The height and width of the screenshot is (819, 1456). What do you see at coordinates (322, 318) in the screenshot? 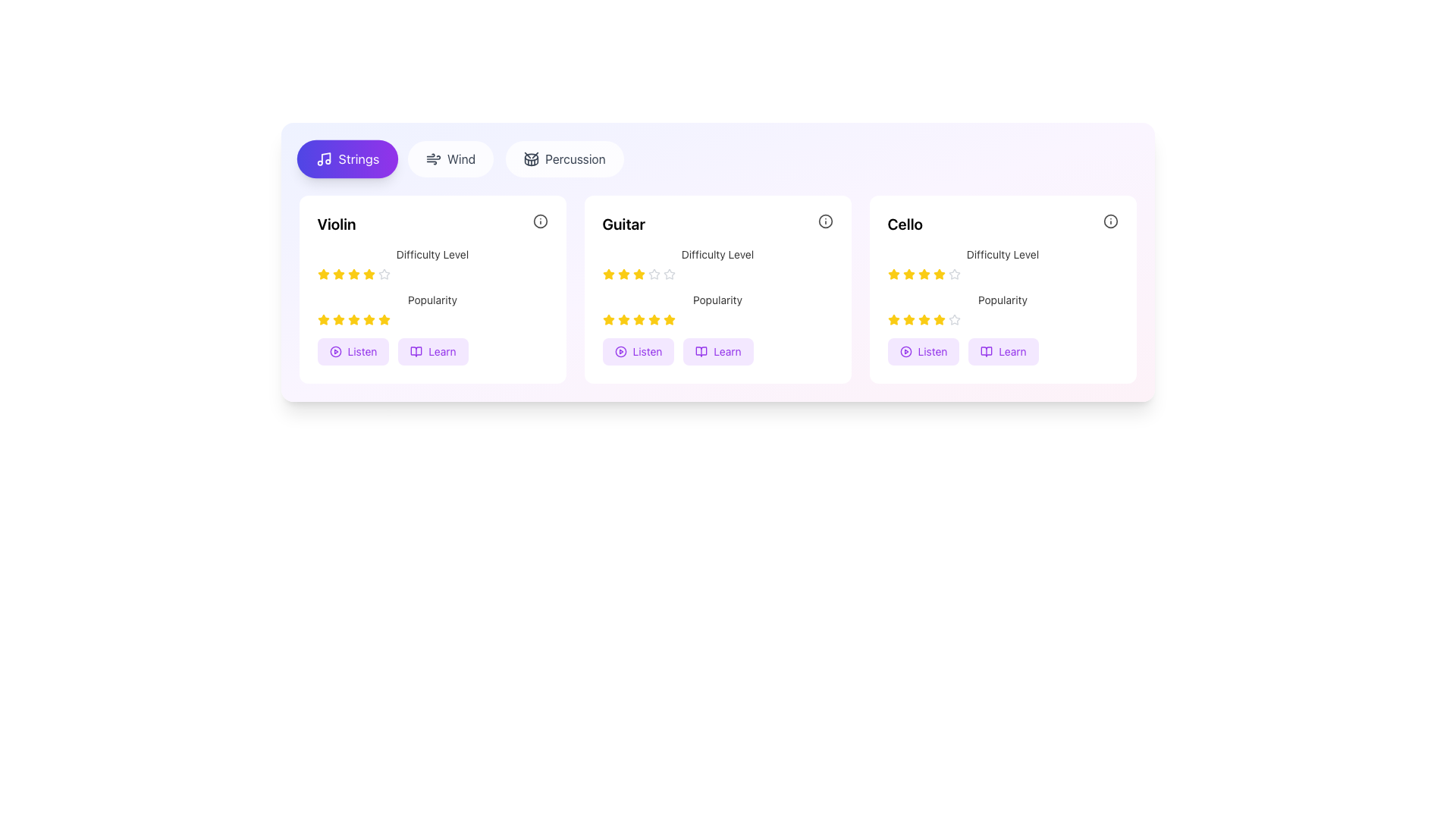
I see `the first yellow star icon representing the rating of 'Violin'` at bounding box center [322, 318].